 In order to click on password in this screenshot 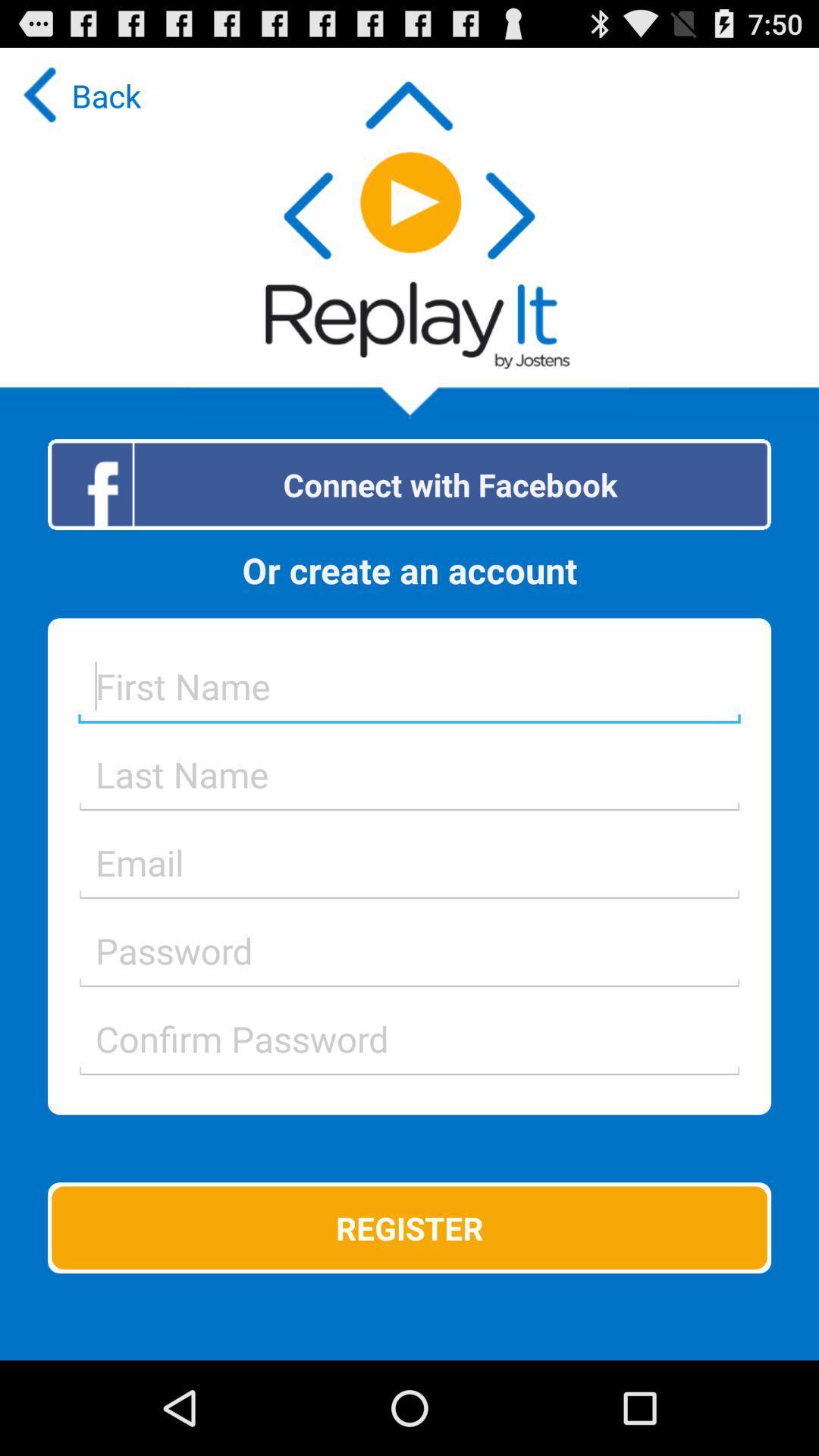, I will do `click(409, 949)`.